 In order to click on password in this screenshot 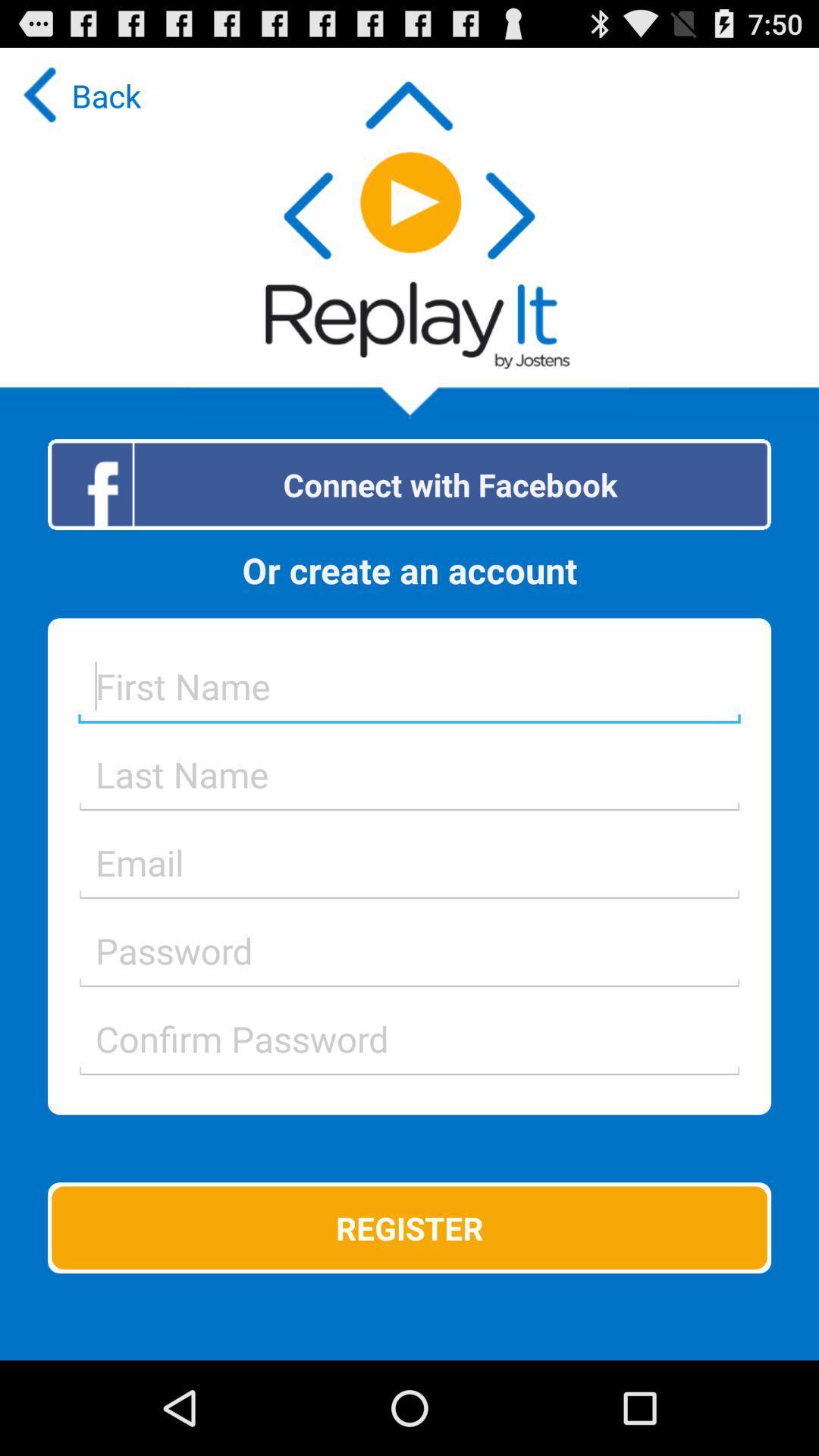, I will do `click(409, 949)`.